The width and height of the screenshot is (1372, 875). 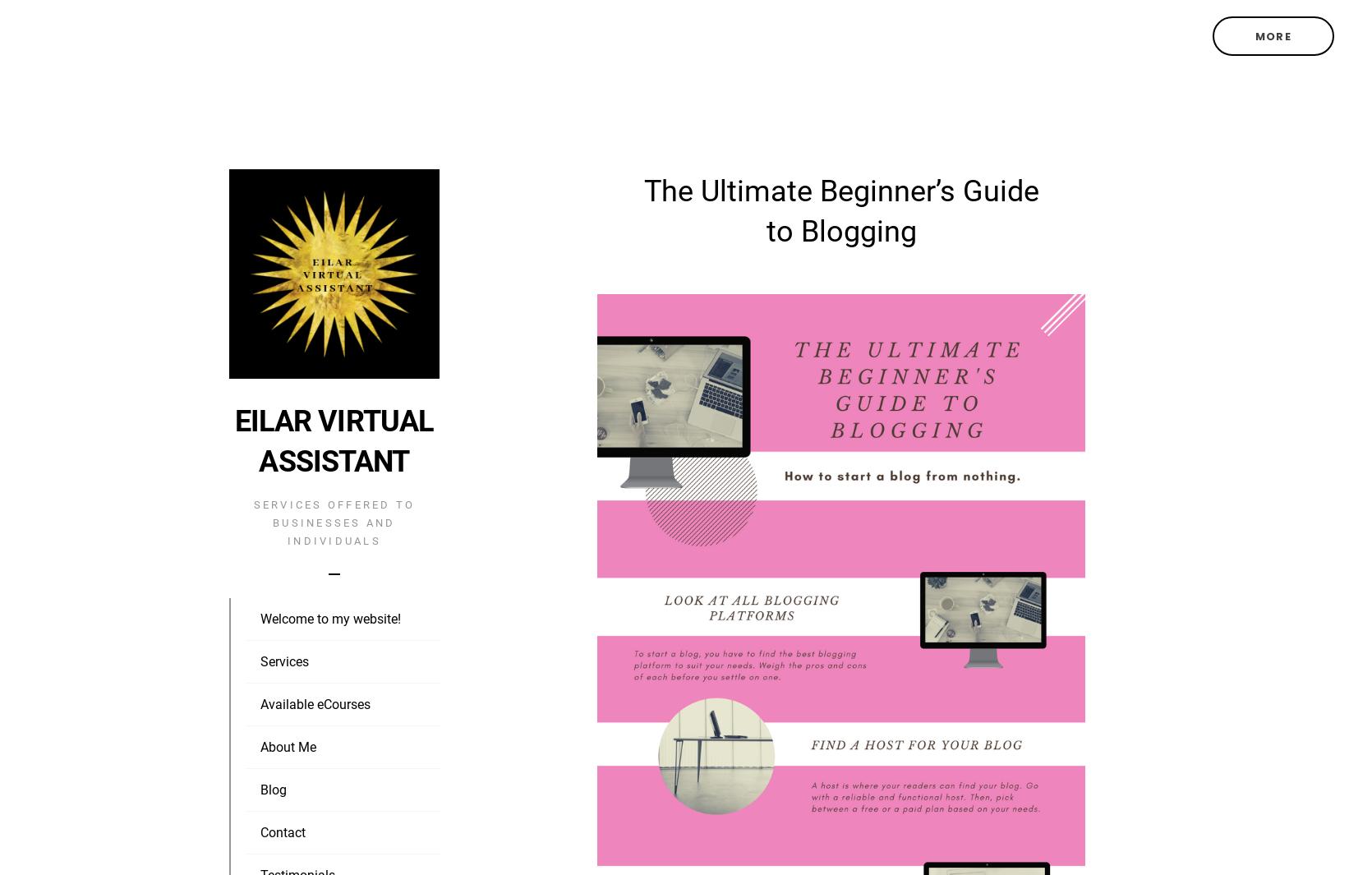 What do you see at coordinates (840, 210) in the screenshot?
I see `'The Ultimate Beginner’s Guide to Blogging'` at bounding box center [840, 210].